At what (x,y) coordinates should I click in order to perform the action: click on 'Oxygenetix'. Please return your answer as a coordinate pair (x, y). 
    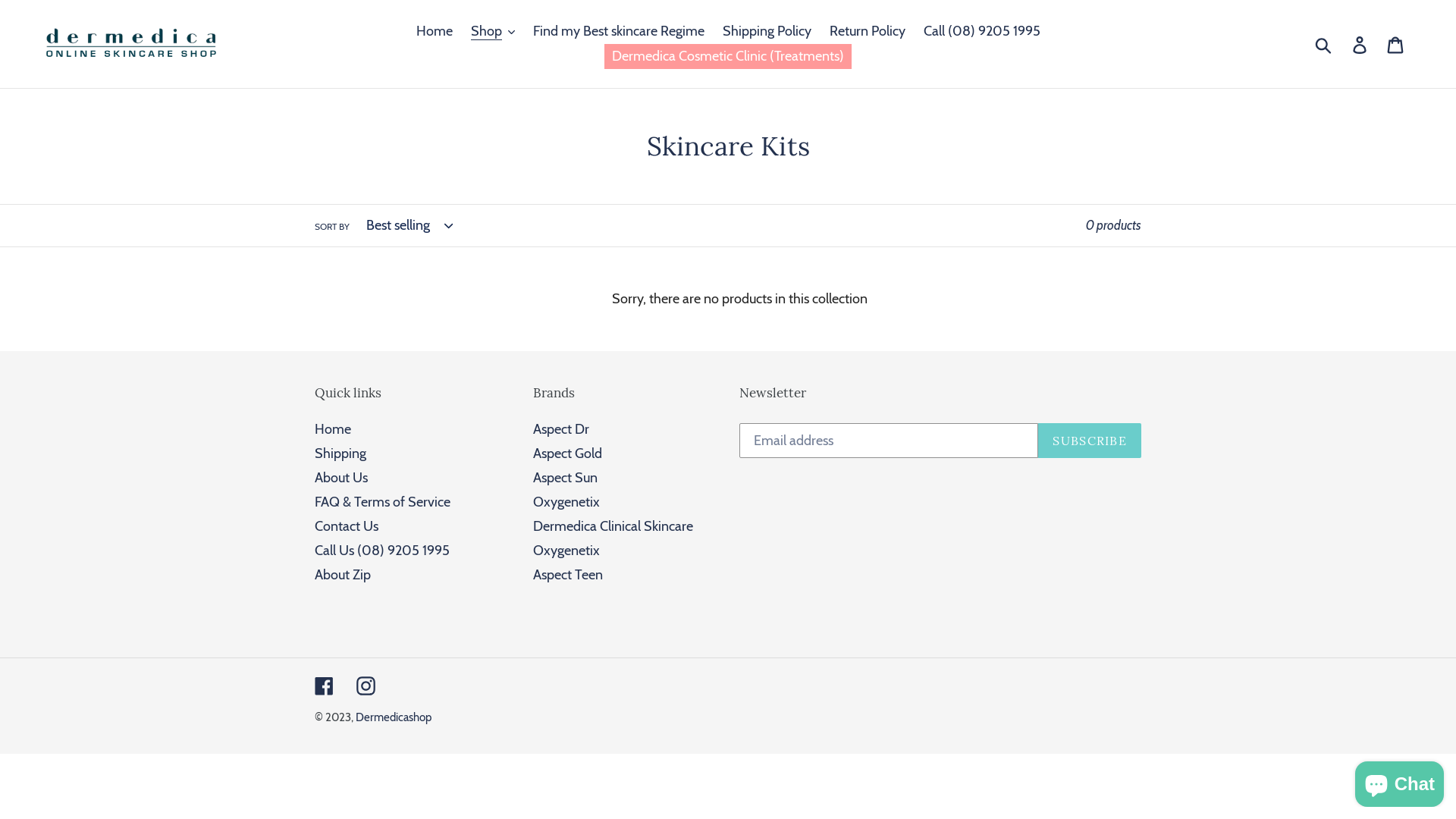
    Looking at the image, I should click on (564, 502).